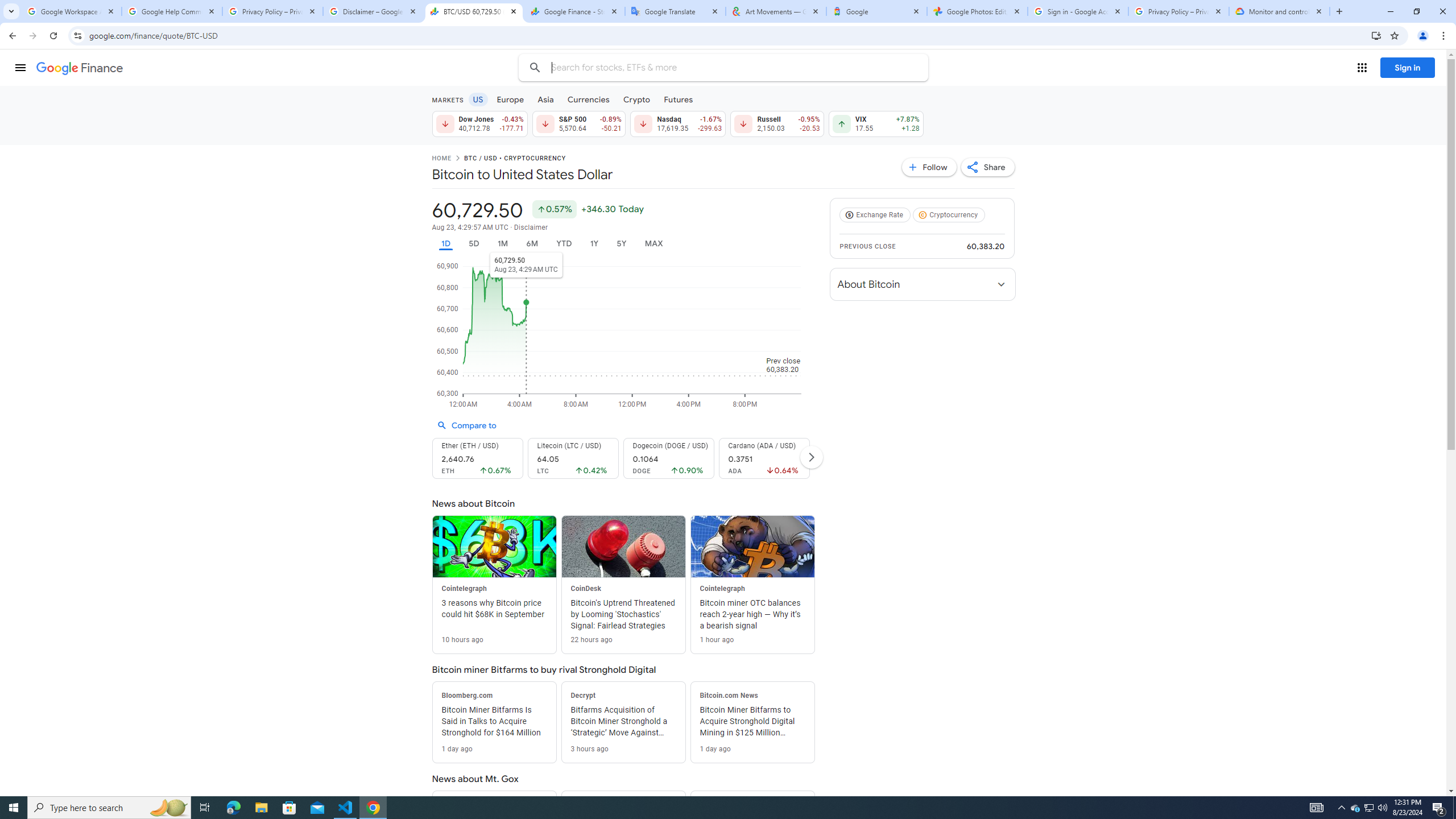 The image size is (1456, 819). What do you see at coordinates (440, 159) in the screenshot?
I see `'HOME'` at bounding box center [440, 159].